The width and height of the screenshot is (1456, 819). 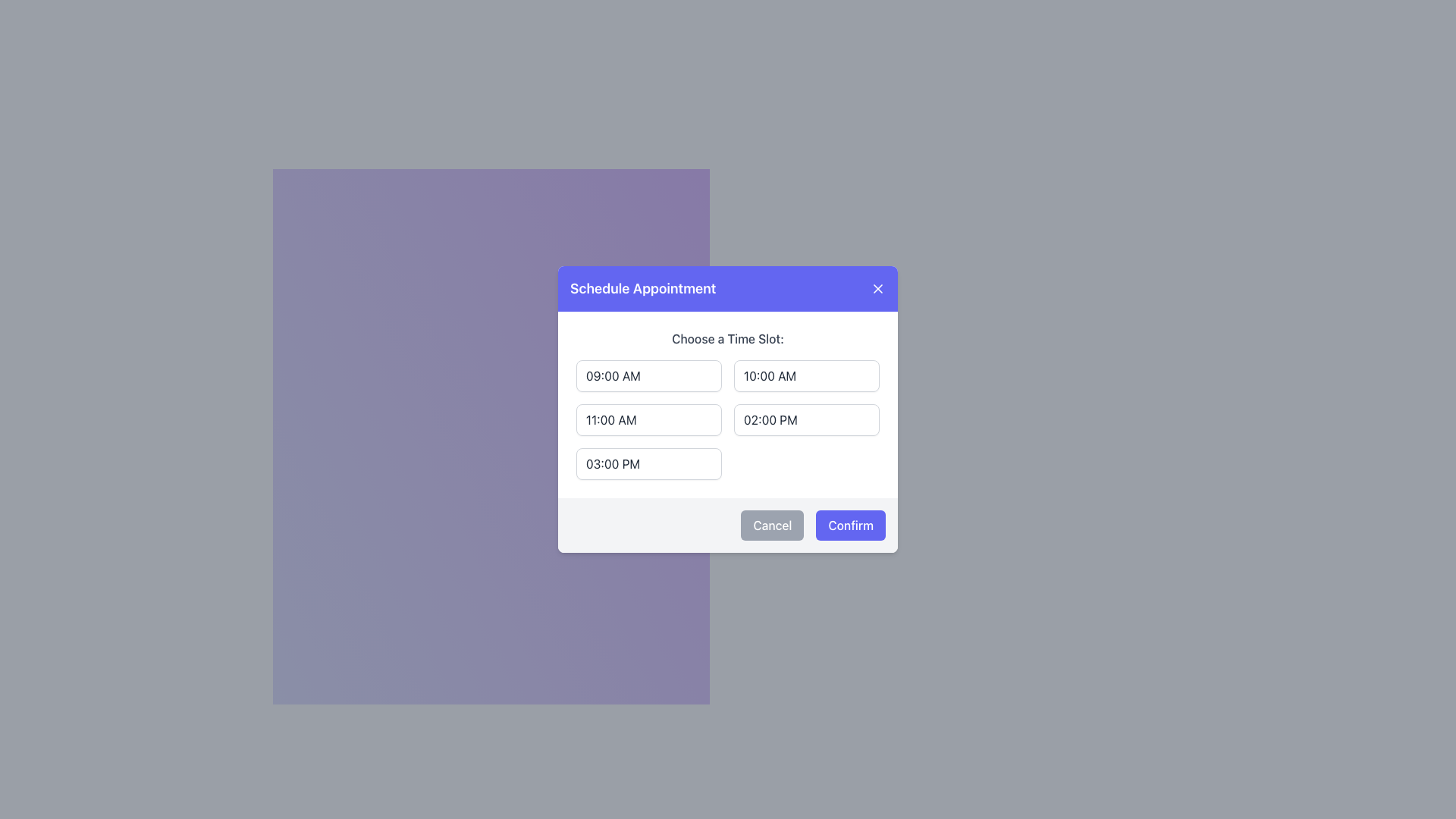 What do you see at coordinates (613, 463) in the screenshot?
I see `the static text element displaying '03:00 PM'` at bounding box center [613, 463].